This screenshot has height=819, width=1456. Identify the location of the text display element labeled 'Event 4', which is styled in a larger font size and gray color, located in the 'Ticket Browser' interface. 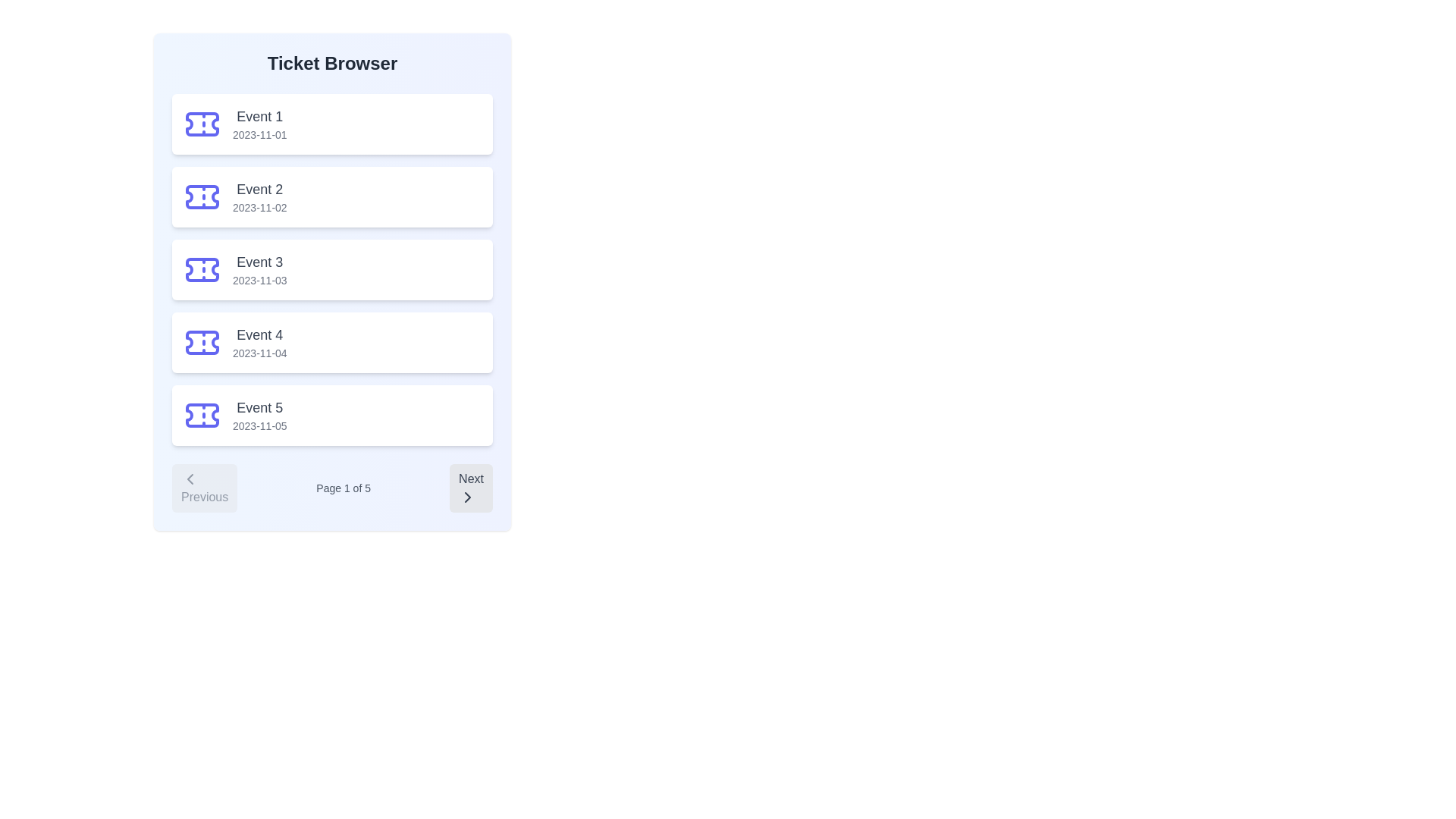
(259, 334).